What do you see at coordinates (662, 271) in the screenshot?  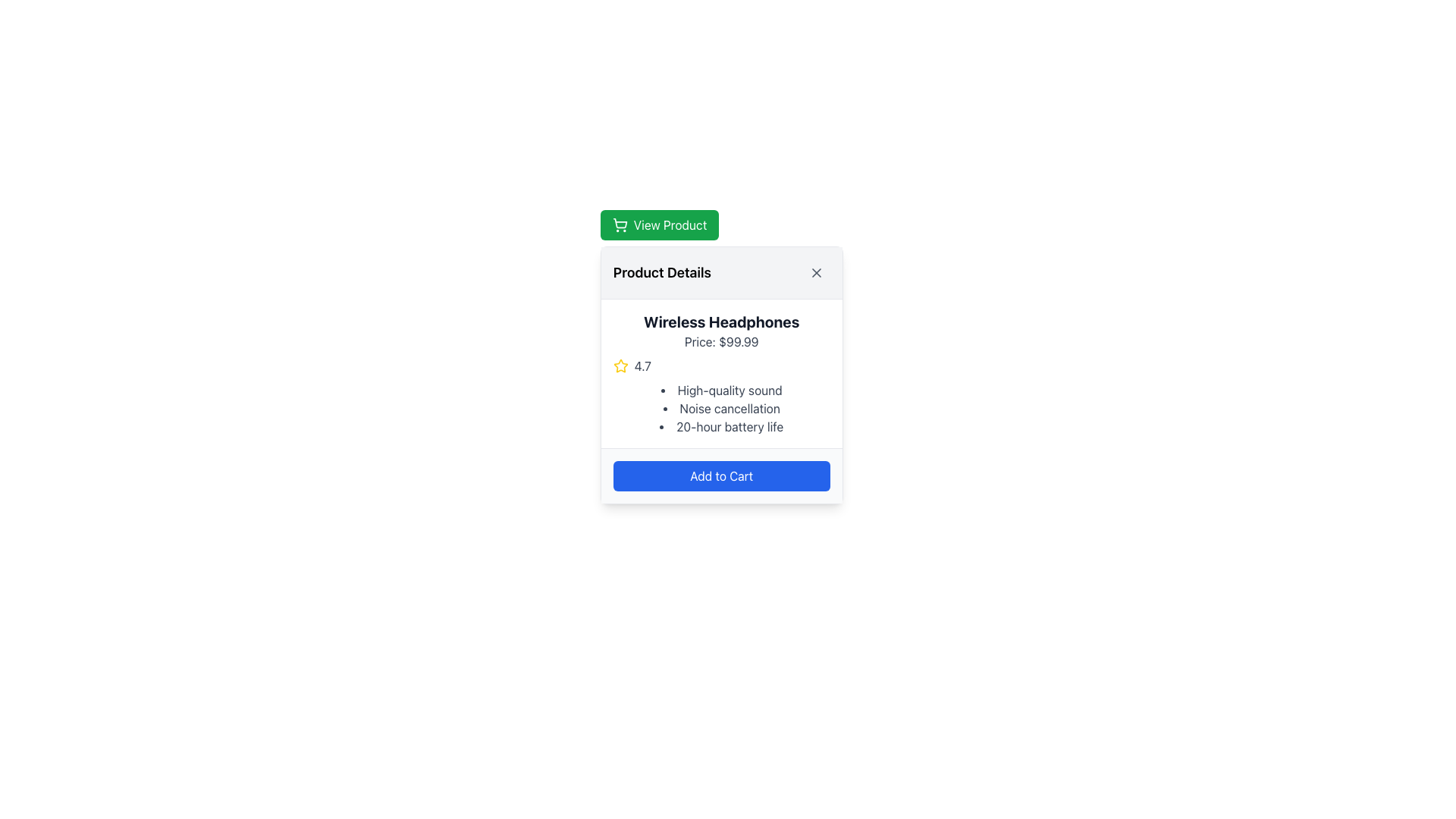 I see `the title text label in the modal window that provides context about the product details` at bounding box center [662, 271].